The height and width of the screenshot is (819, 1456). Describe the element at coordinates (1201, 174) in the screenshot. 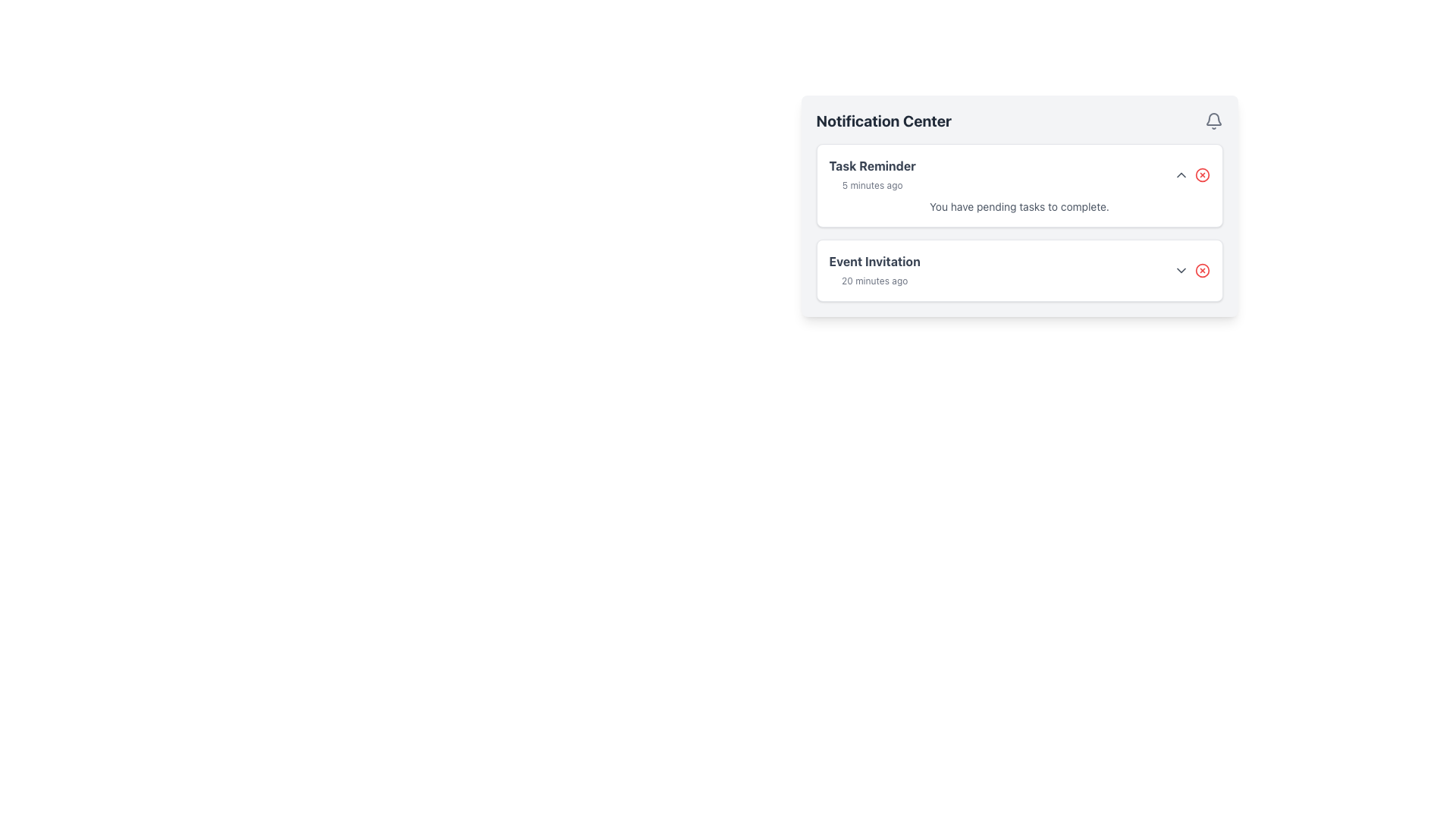

I see `the clickable icon on the right side of the first notification` at that location.